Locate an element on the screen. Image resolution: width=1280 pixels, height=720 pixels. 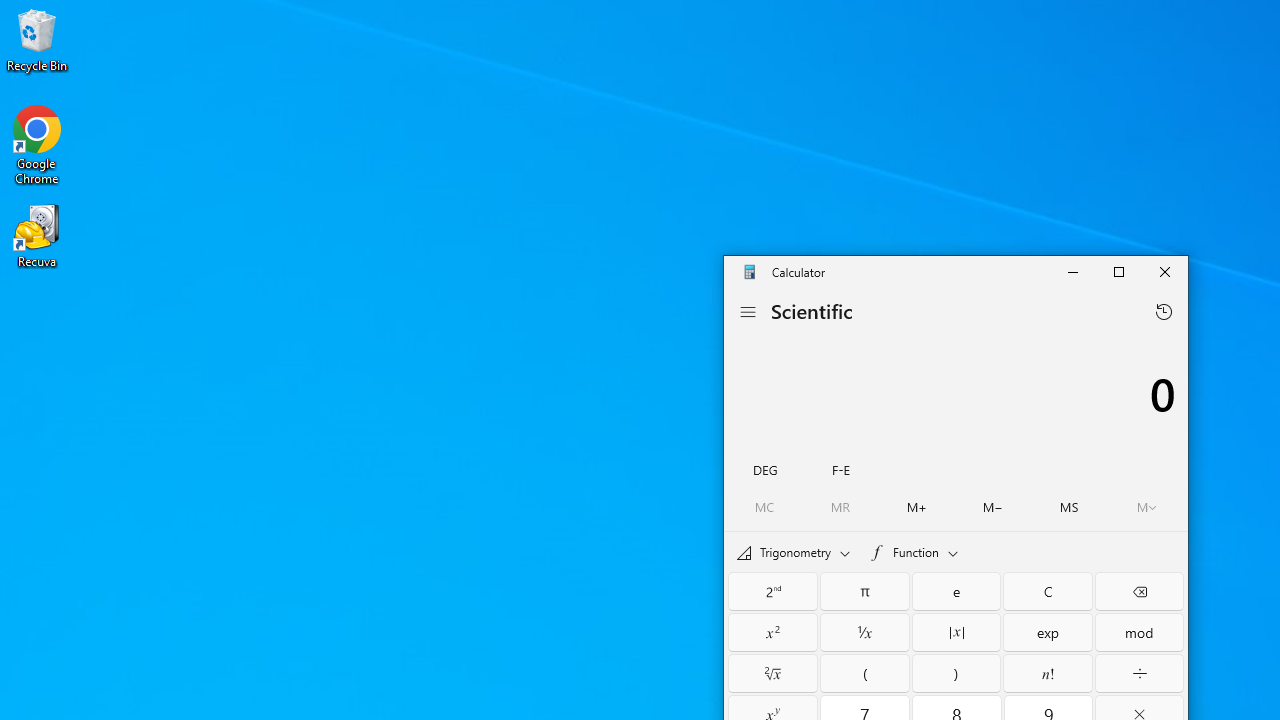
'Functions' is located at coordinates (912, 551).